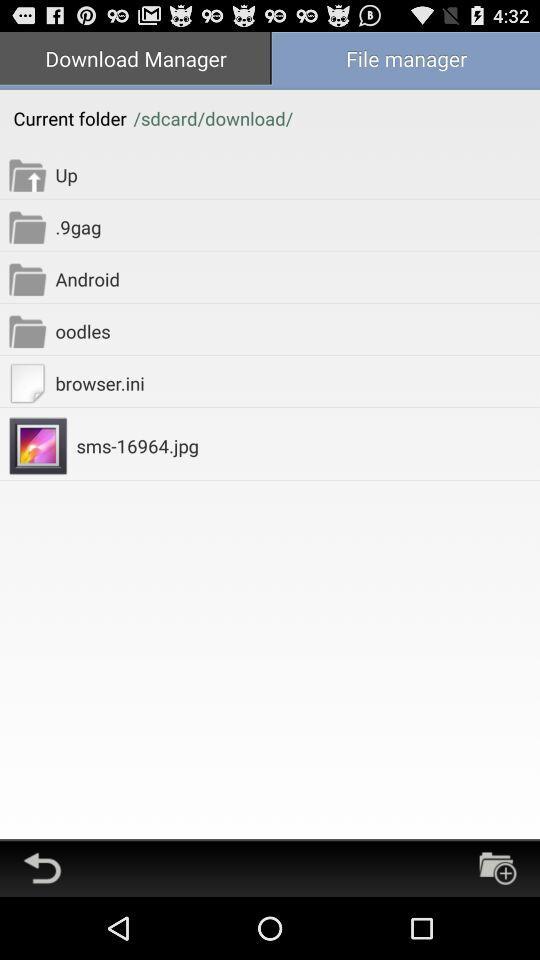 The image size is (540, 960). I want to click on file, so click(496, 867).